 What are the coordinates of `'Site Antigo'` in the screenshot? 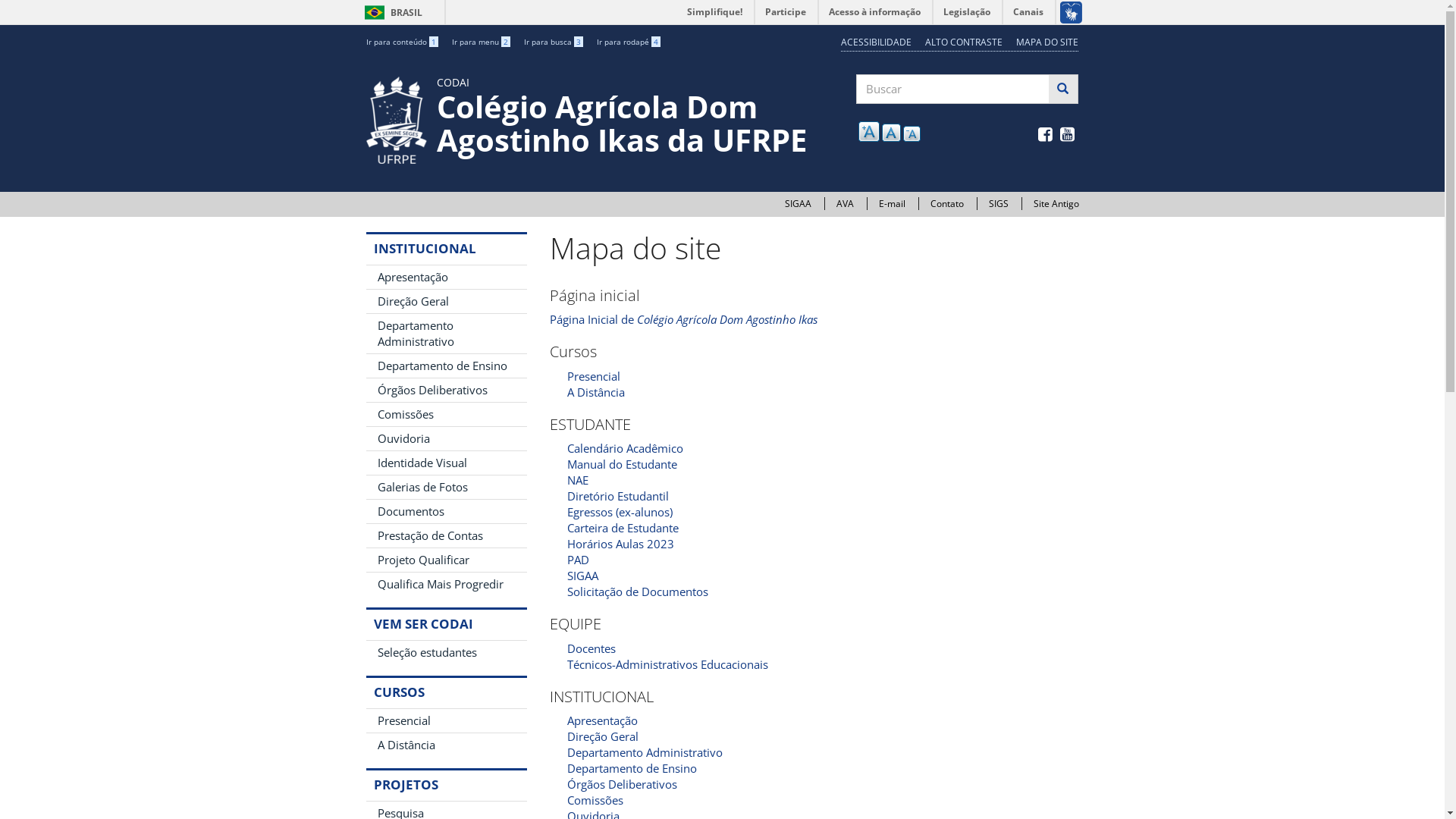 It's located at (1055, 202).